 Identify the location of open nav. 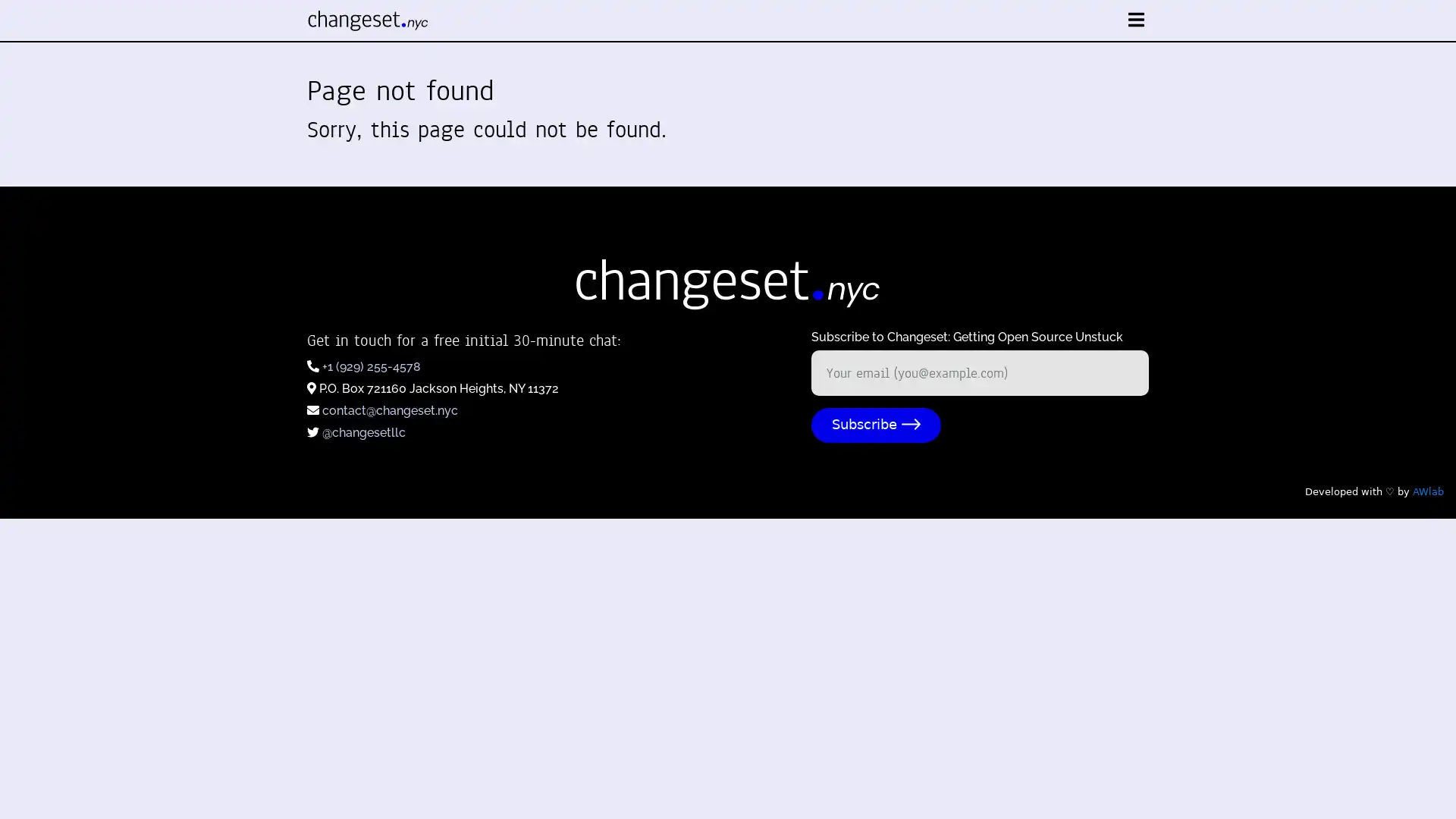
(1136, 20).